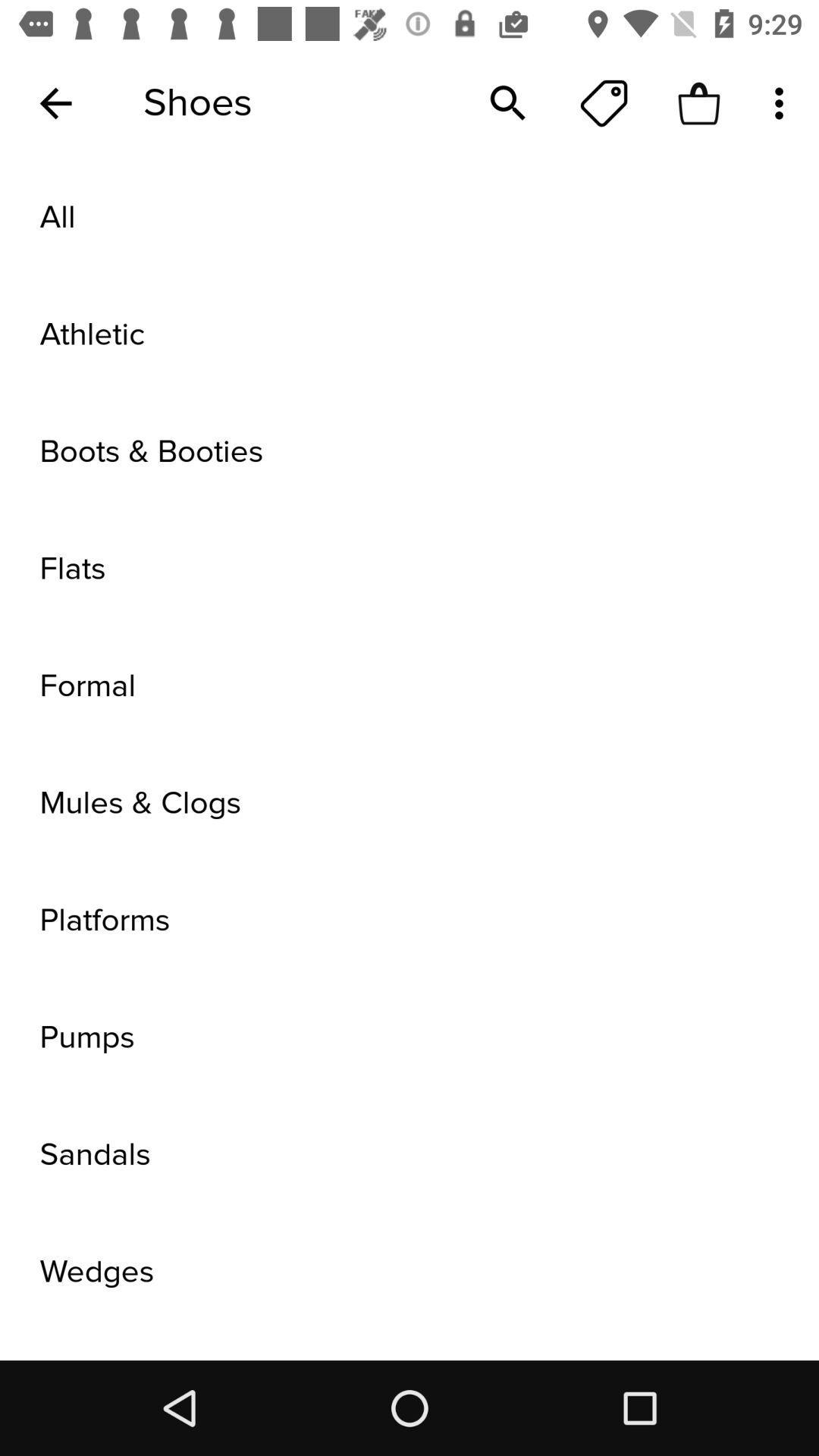  Describe the element at coordinates (409, 217) in the screenshot. I see `all icon` at that location.